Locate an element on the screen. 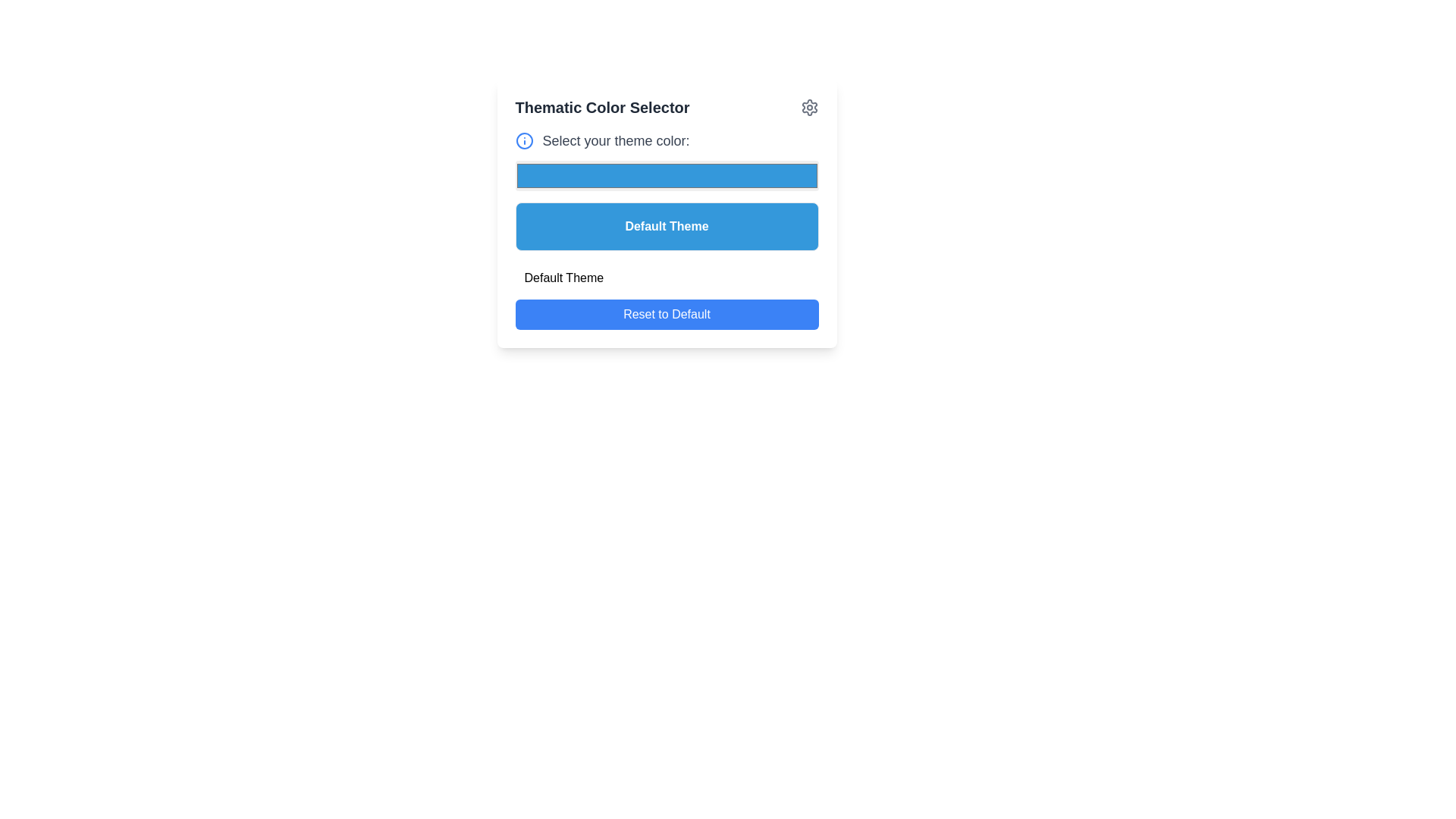 The height and width of the screenshot is (819, 1456). the circular blue information icon with an outlined design, located to the left of the 'Select your theme color:' text label, for more information is located at coordinates (524, 140).